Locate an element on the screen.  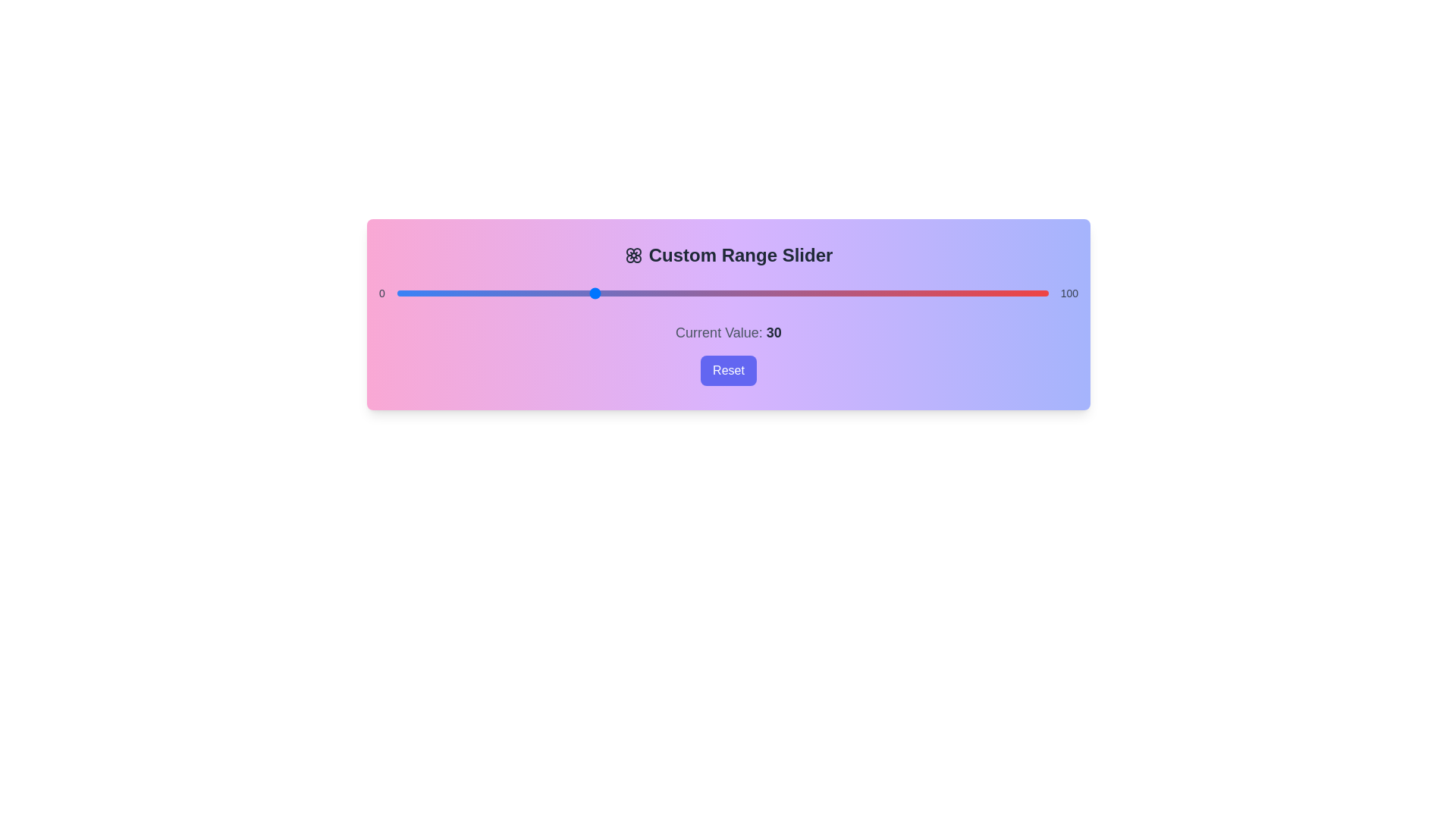
Reset button to reset the slider value is located at coordinates (728, 371).